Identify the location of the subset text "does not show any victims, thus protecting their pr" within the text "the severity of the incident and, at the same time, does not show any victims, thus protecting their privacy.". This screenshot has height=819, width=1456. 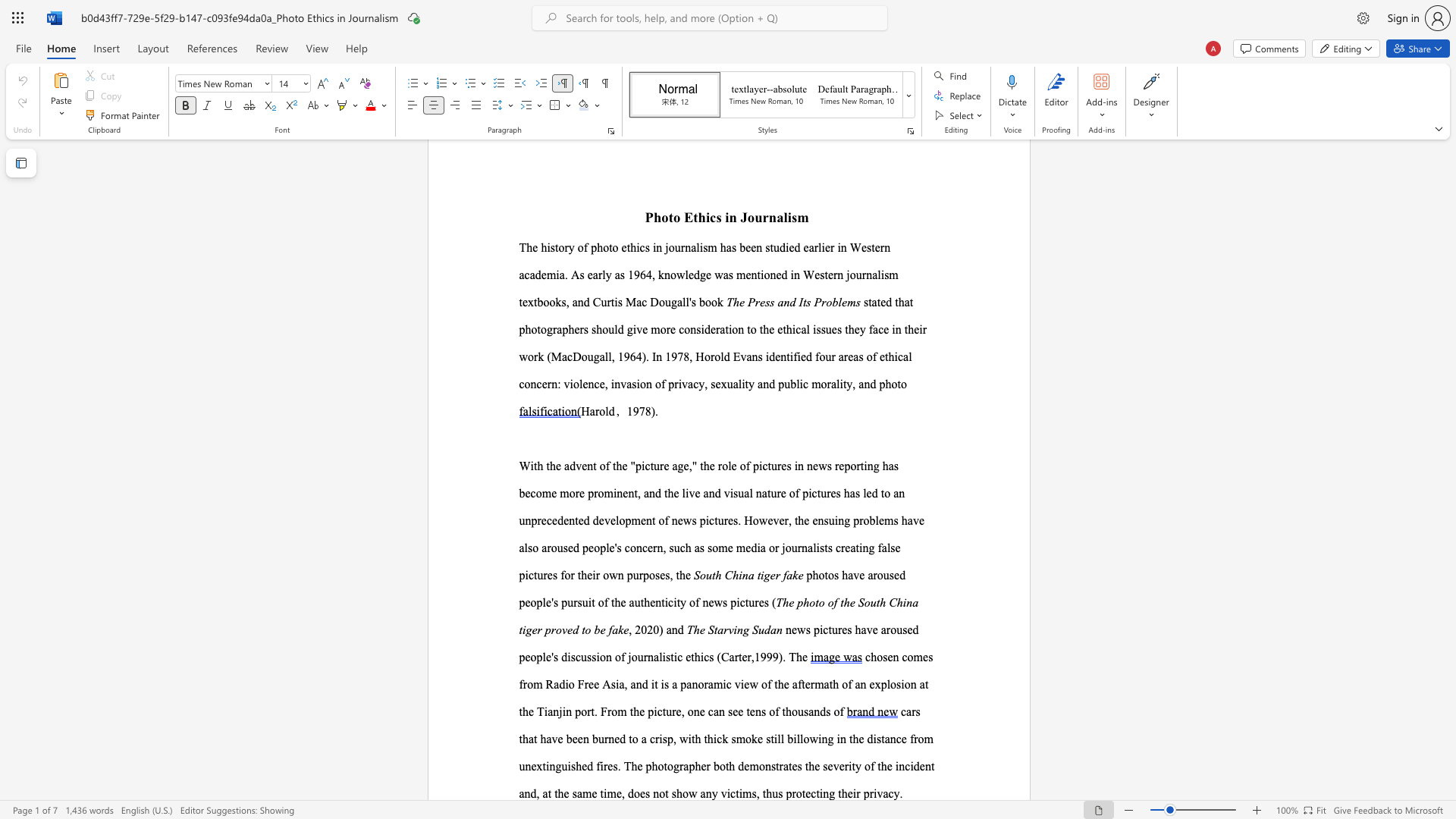
(628, 792).